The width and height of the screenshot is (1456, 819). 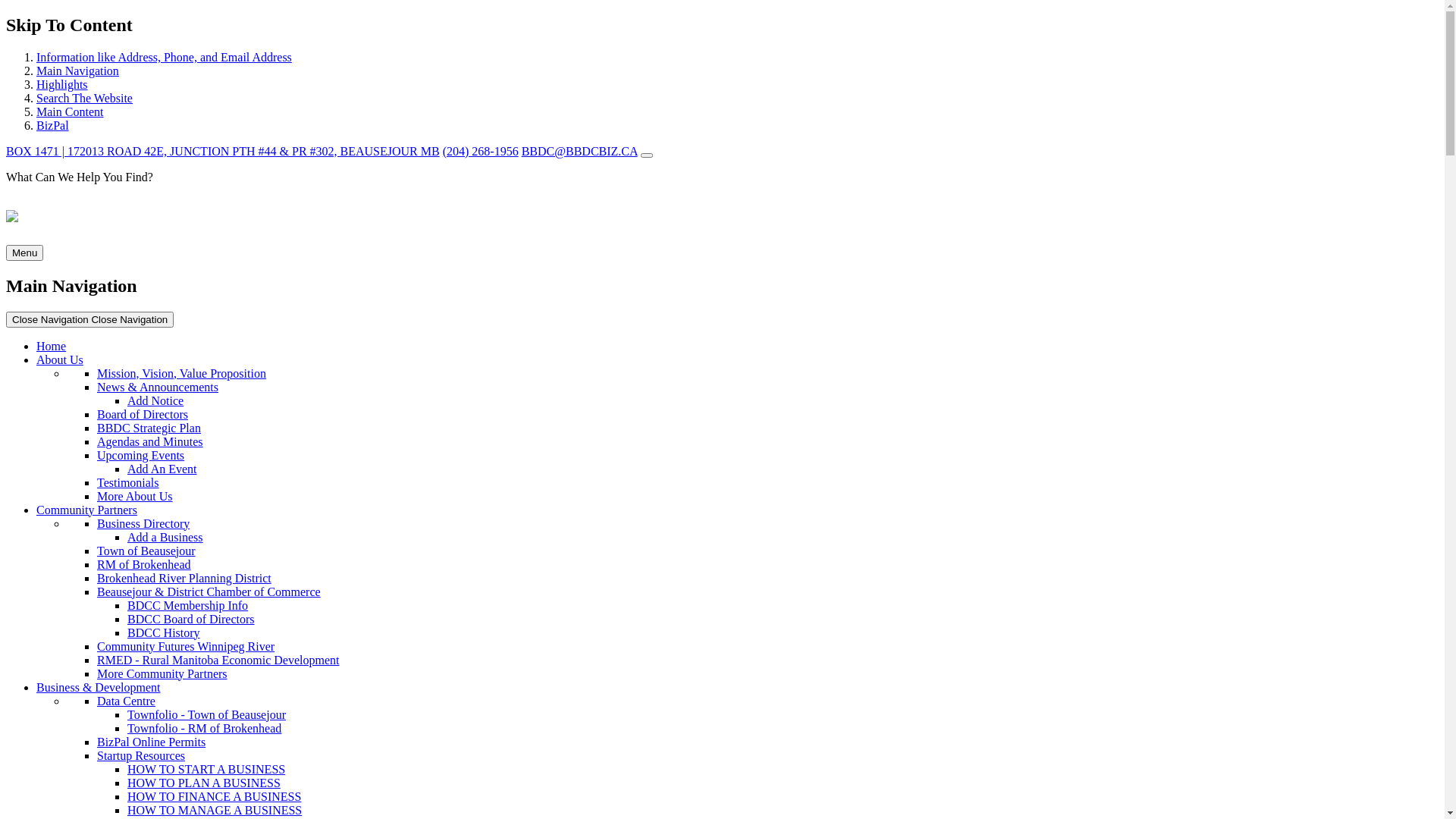 I want to click on 'Add a Business', so click(x=165, y=536).